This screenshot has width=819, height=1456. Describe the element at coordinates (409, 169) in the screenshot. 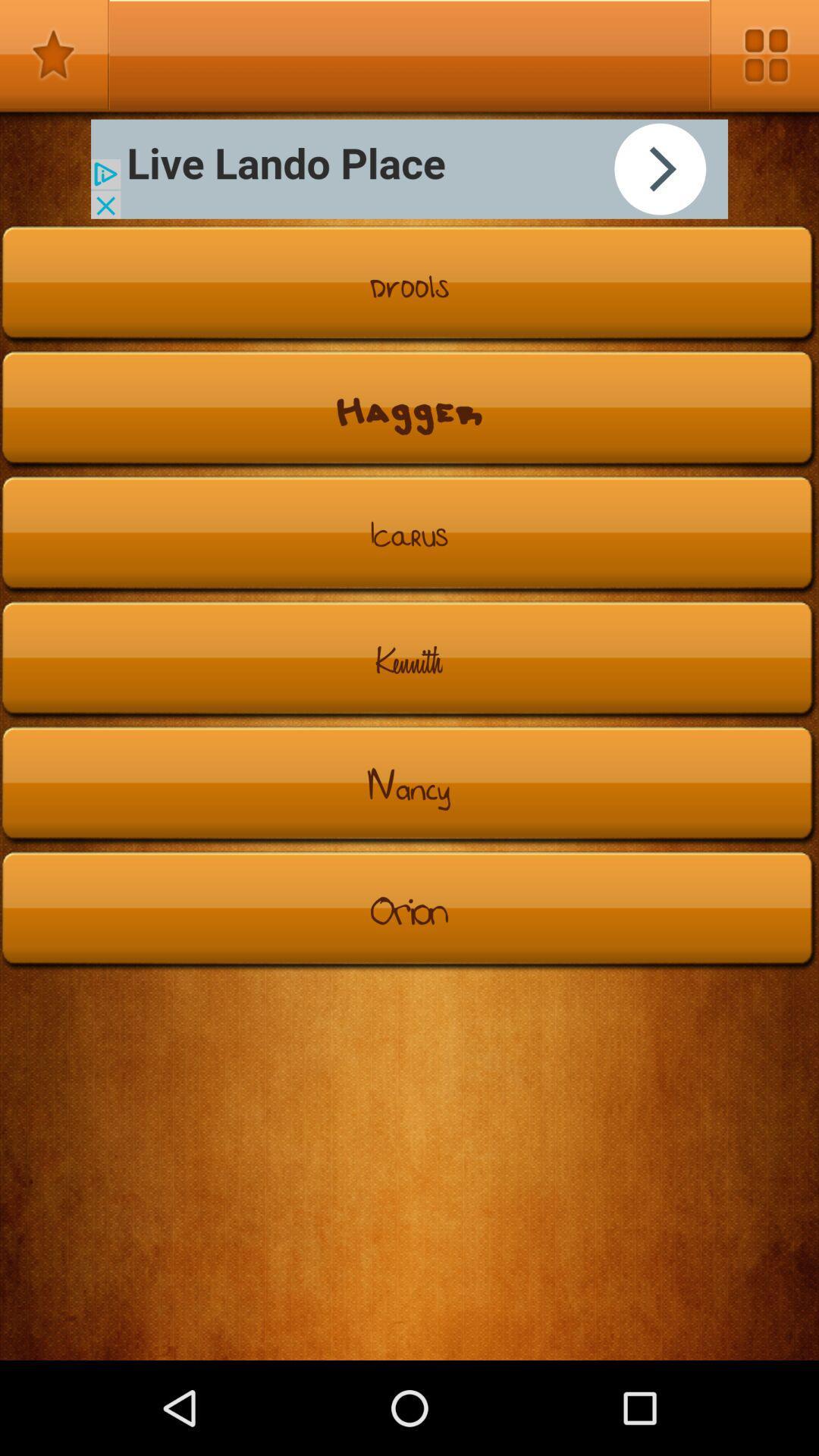

I see `live lando place` at that location.